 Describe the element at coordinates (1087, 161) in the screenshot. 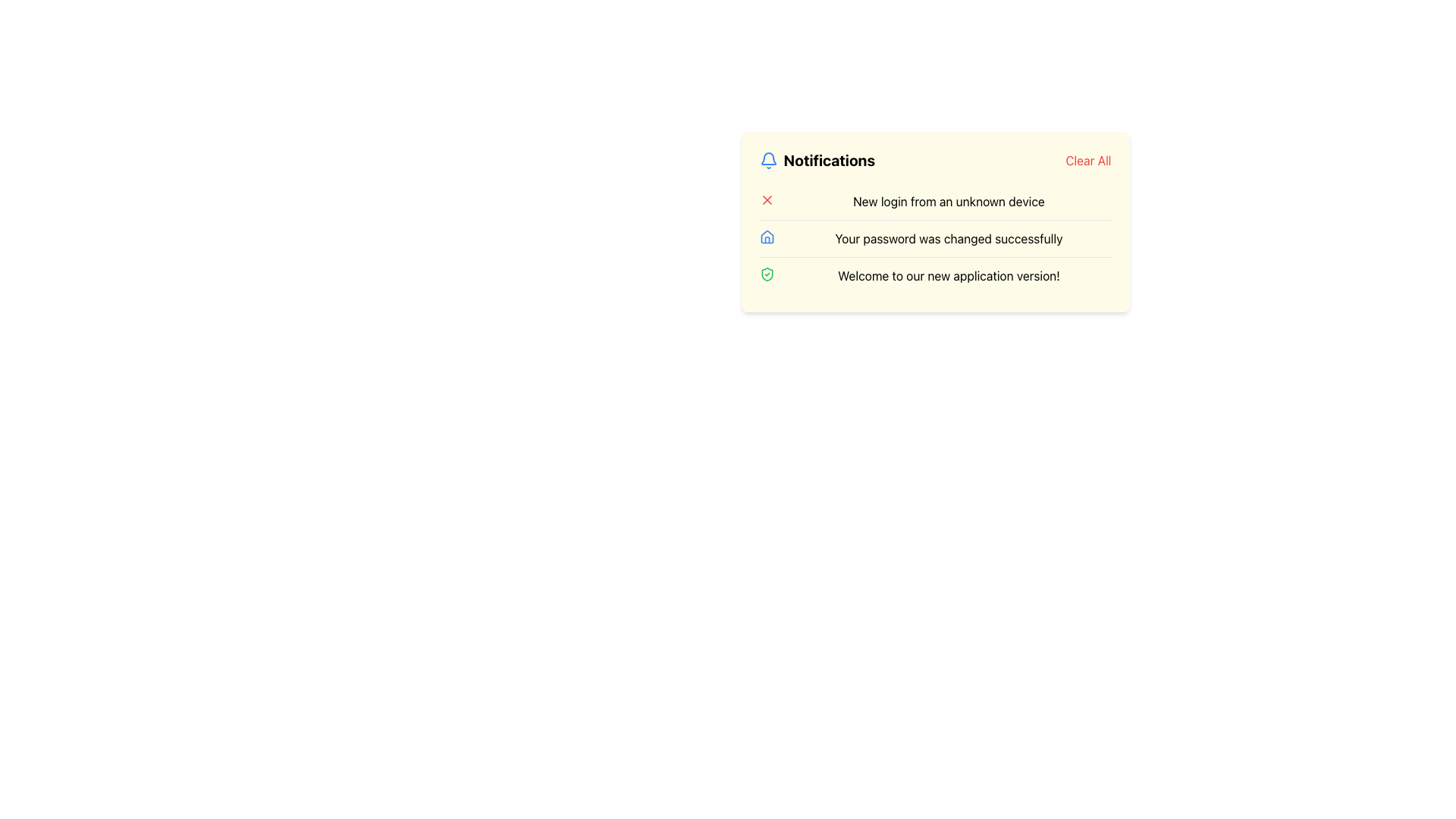

I see `the clear notifications button located at the upper-right corner of the notifications component` at that location.